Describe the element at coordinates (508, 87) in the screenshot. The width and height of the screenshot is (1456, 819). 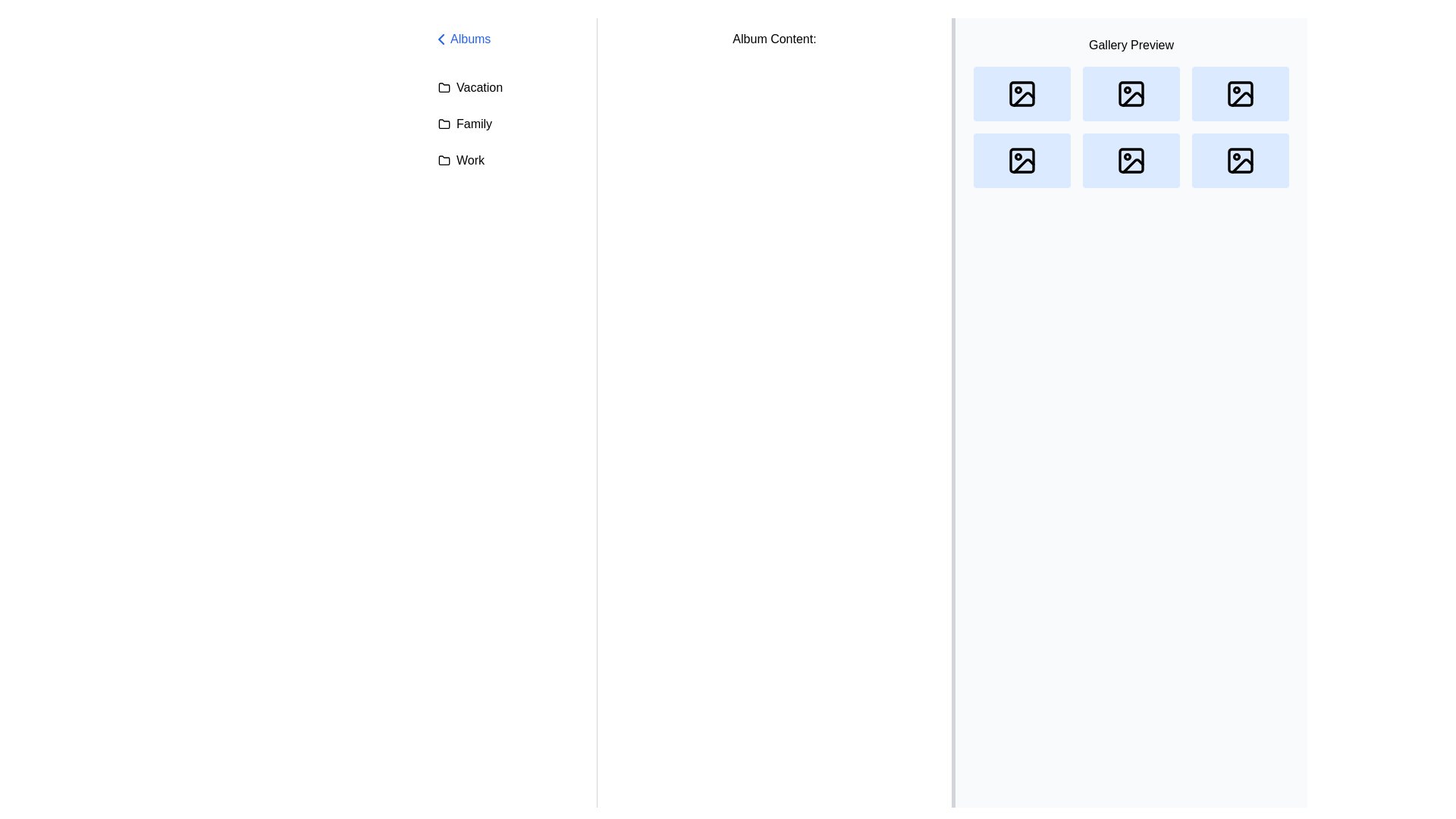
I see `the first selectable item in the vertical list under the 'Albums' section` at that location.